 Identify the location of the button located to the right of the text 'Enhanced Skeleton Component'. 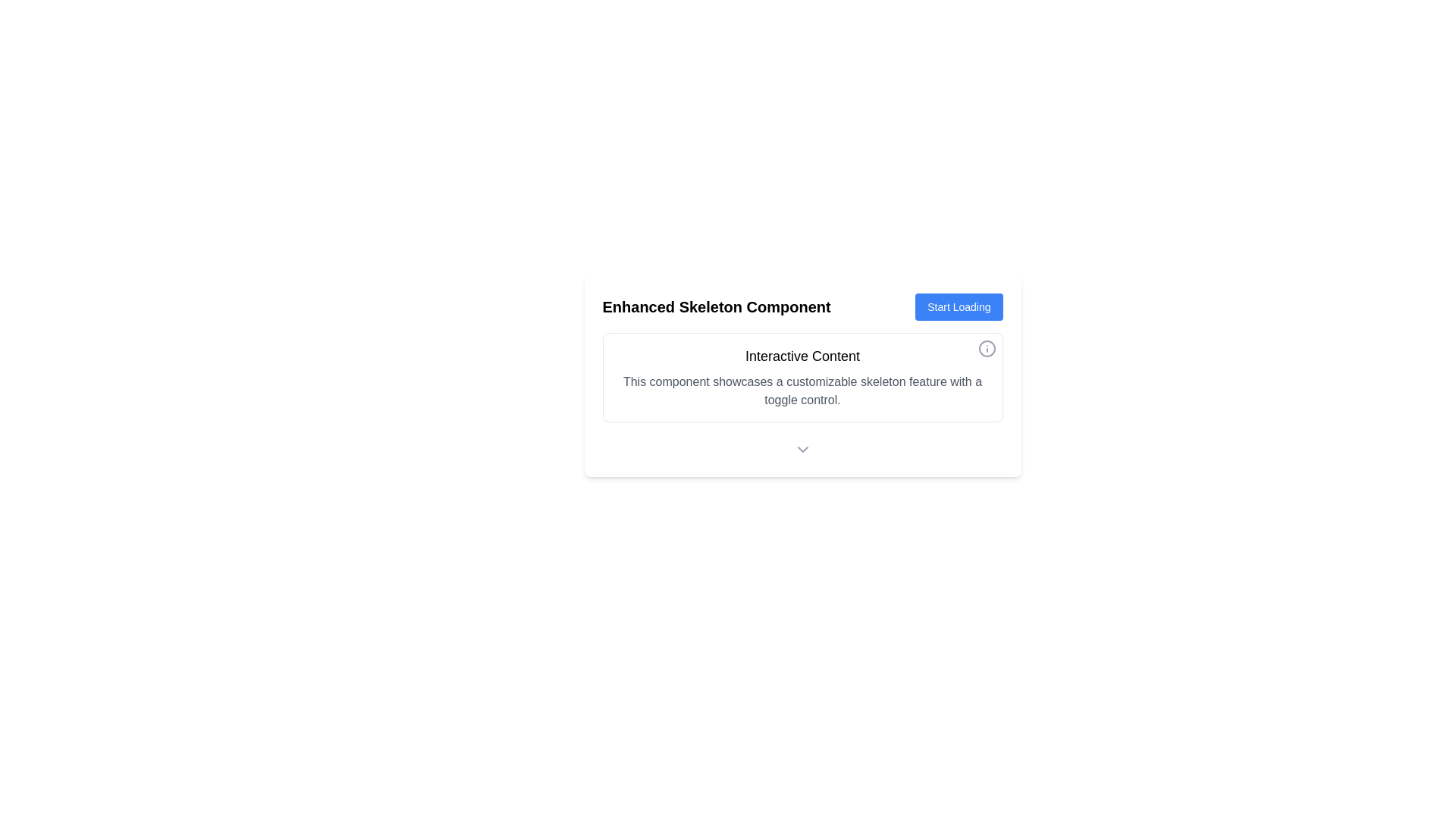
(957, 307).